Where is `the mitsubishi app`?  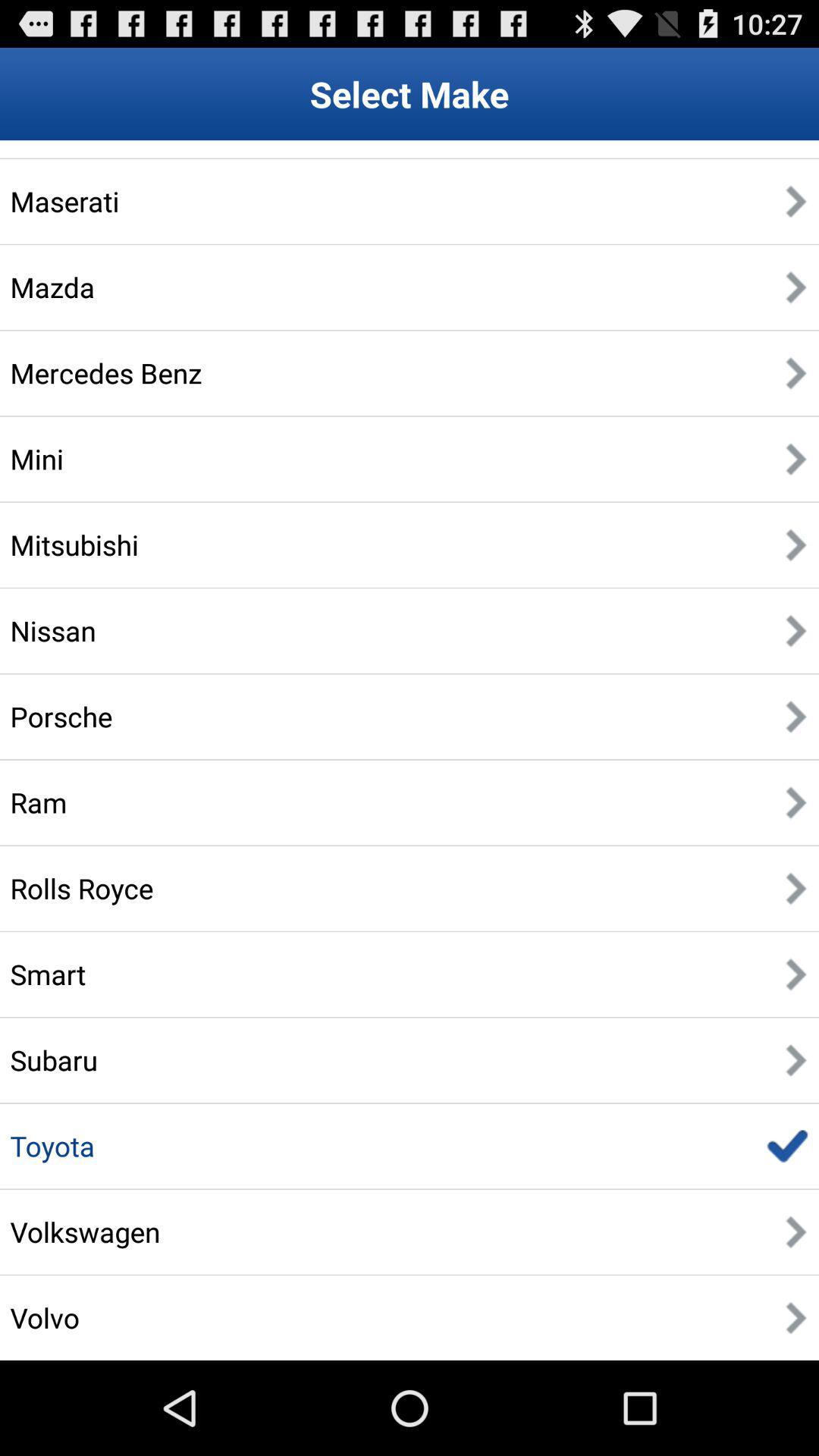 the mitsubishi app is located at coordinates (74, 544).